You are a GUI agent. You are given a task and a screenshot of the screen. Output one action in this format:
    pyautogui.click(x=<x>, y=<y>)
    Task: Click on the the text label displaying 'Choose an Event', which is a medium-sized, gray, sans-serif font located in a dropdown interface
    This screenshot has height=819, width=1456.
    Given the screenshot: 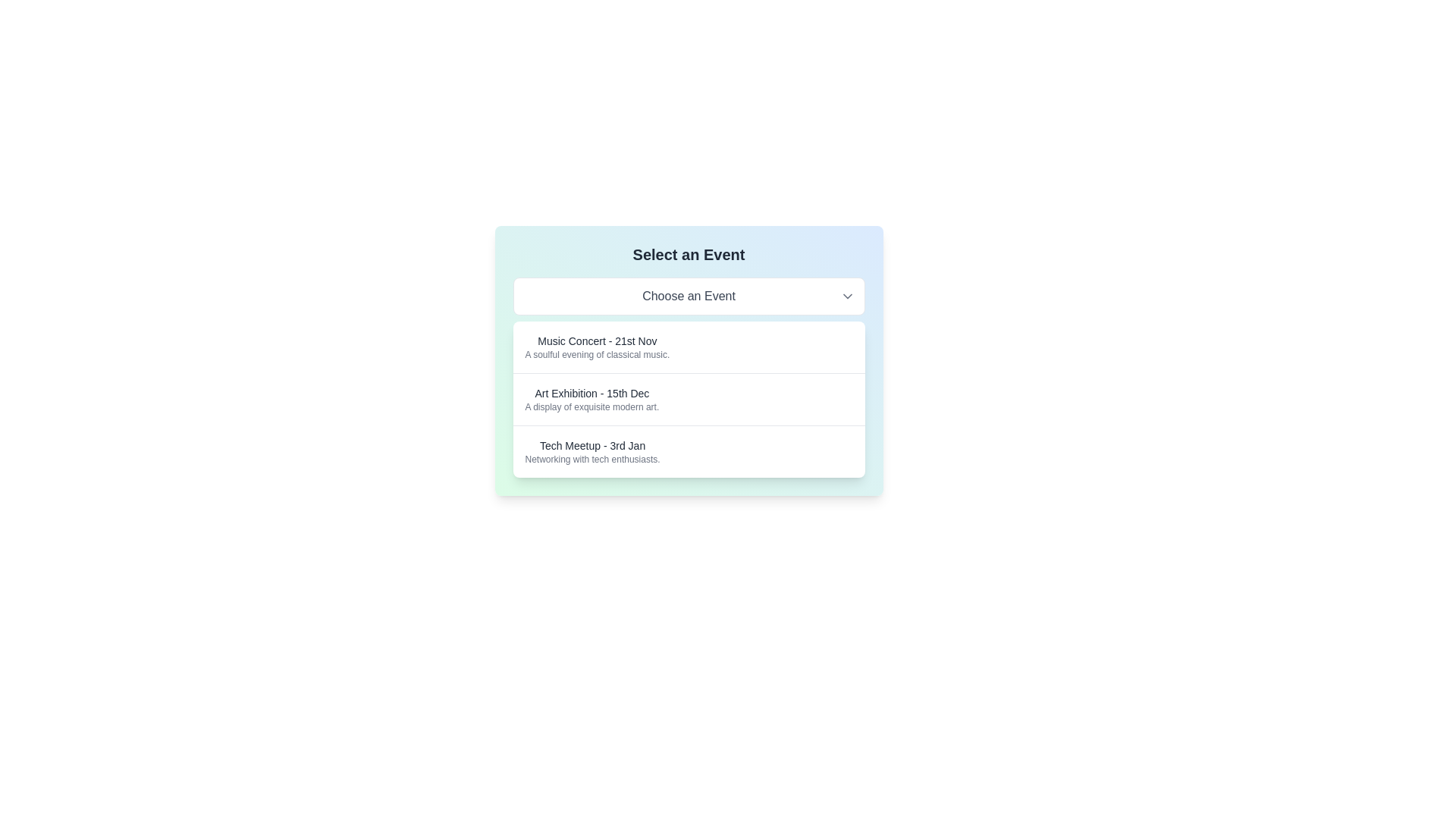 What is the action you would take?
    pyautogui.click(x=688, y=296)
    